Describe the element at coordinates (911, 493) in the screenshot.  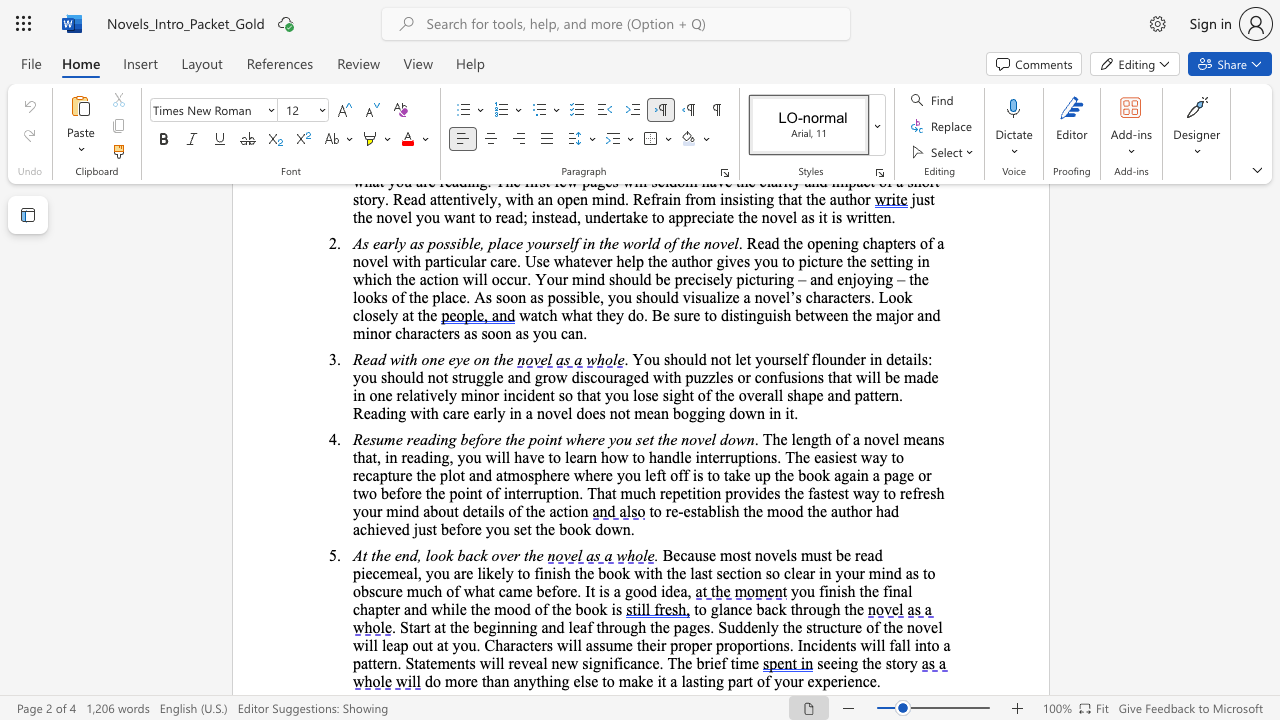
I see `the subset text "fresh yo" within the text "the fastest way to refresh your mind about details of the action"` at that location.